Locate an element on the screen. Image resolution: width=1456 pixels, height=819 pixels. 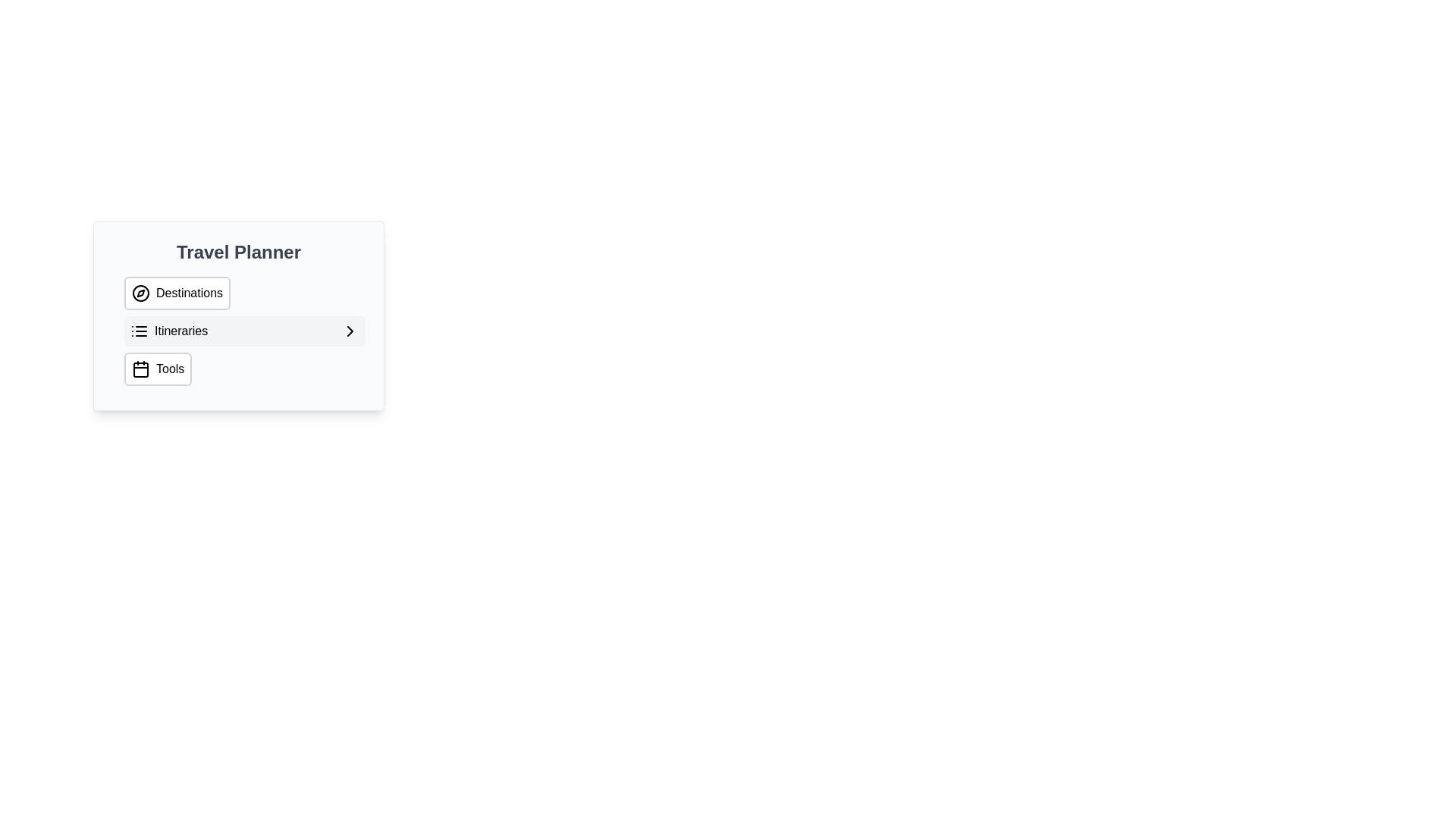
the compass icon located at the leftmost side of the 'Destinations' button in the 'Travel Planner' section is located at coordinates (141, 293).